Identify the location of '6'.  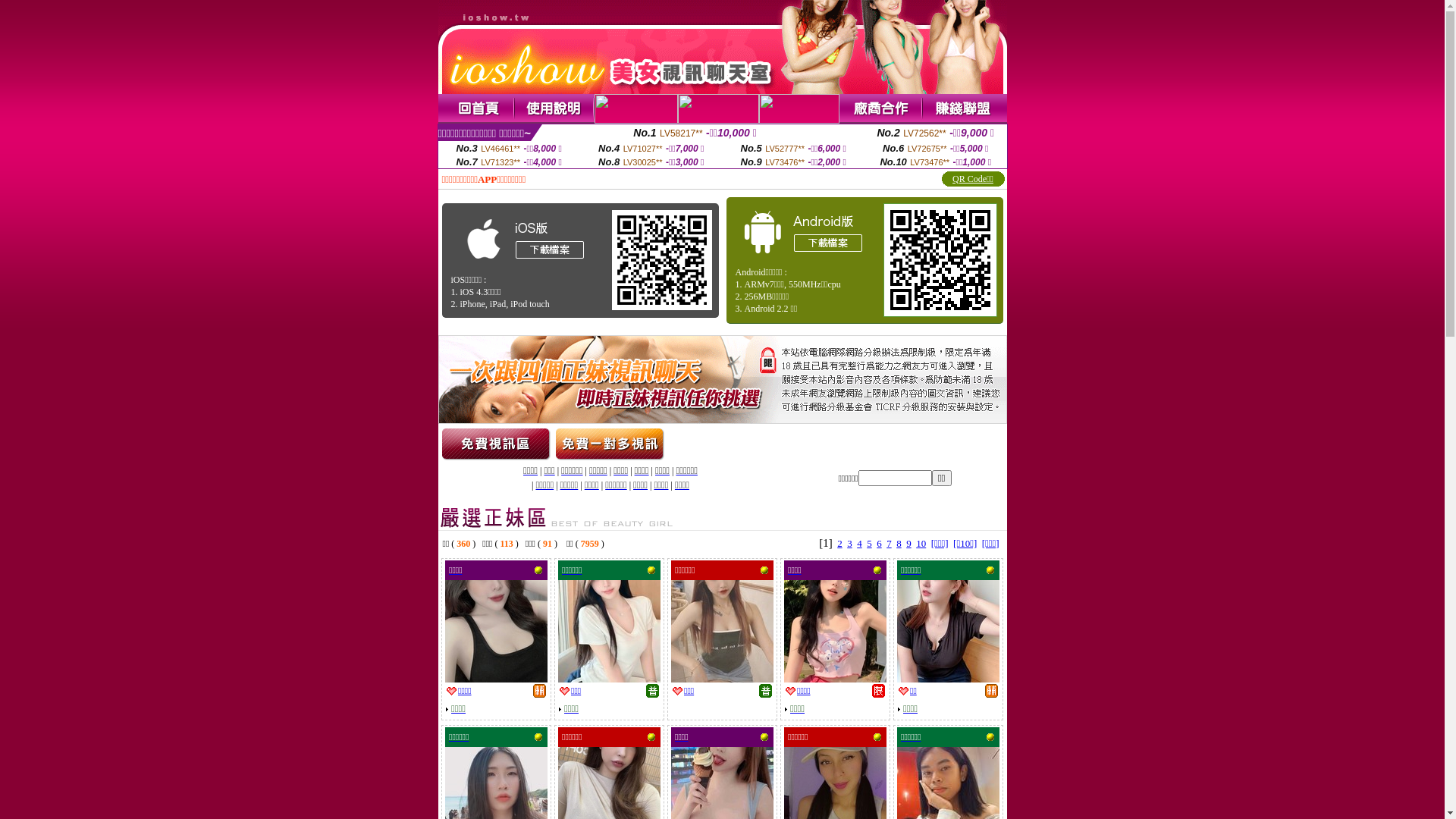
(879, 542).